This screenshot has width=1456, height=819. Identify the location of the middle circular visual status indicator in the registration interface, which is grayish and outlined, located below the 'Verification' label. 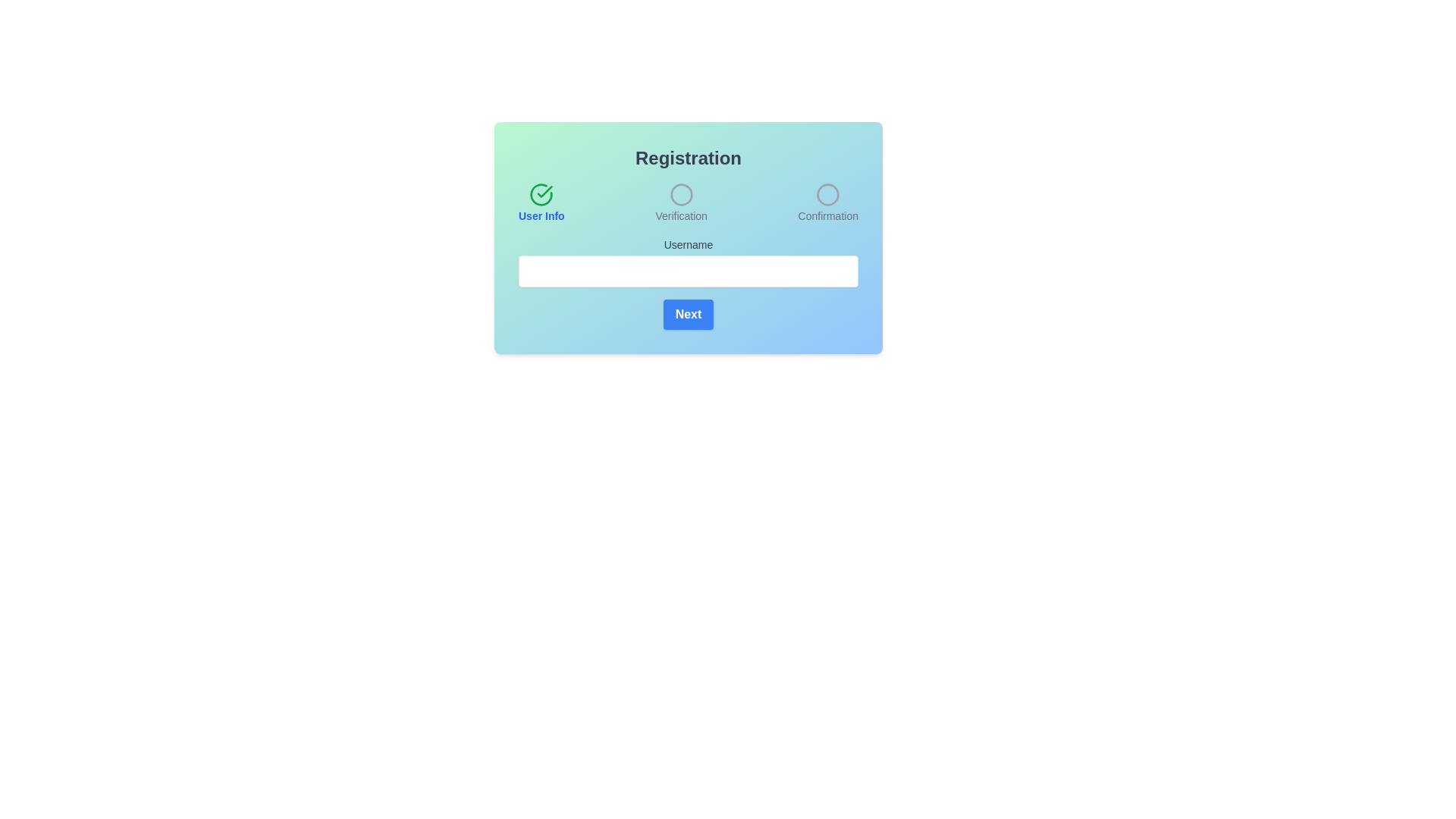
(680, 194).